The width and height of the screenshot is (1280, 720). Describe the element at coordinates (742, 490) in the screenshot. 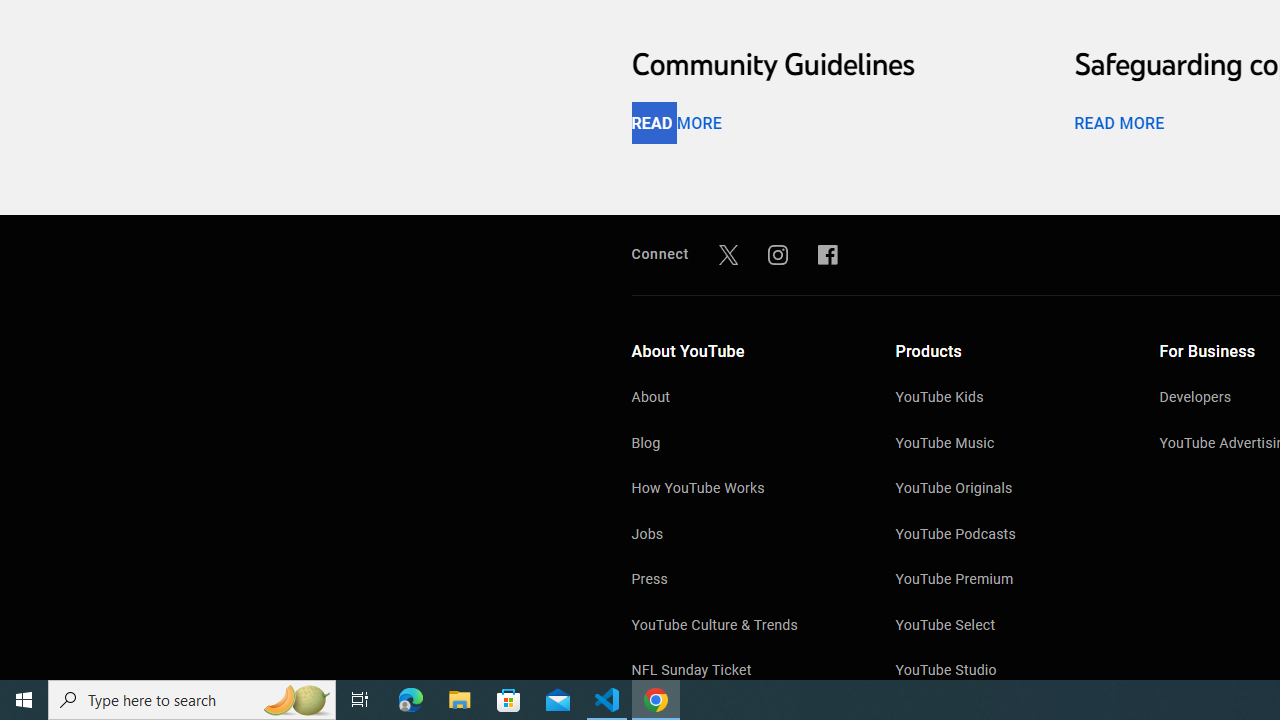

I see `'How YouTube Works'` at that location.